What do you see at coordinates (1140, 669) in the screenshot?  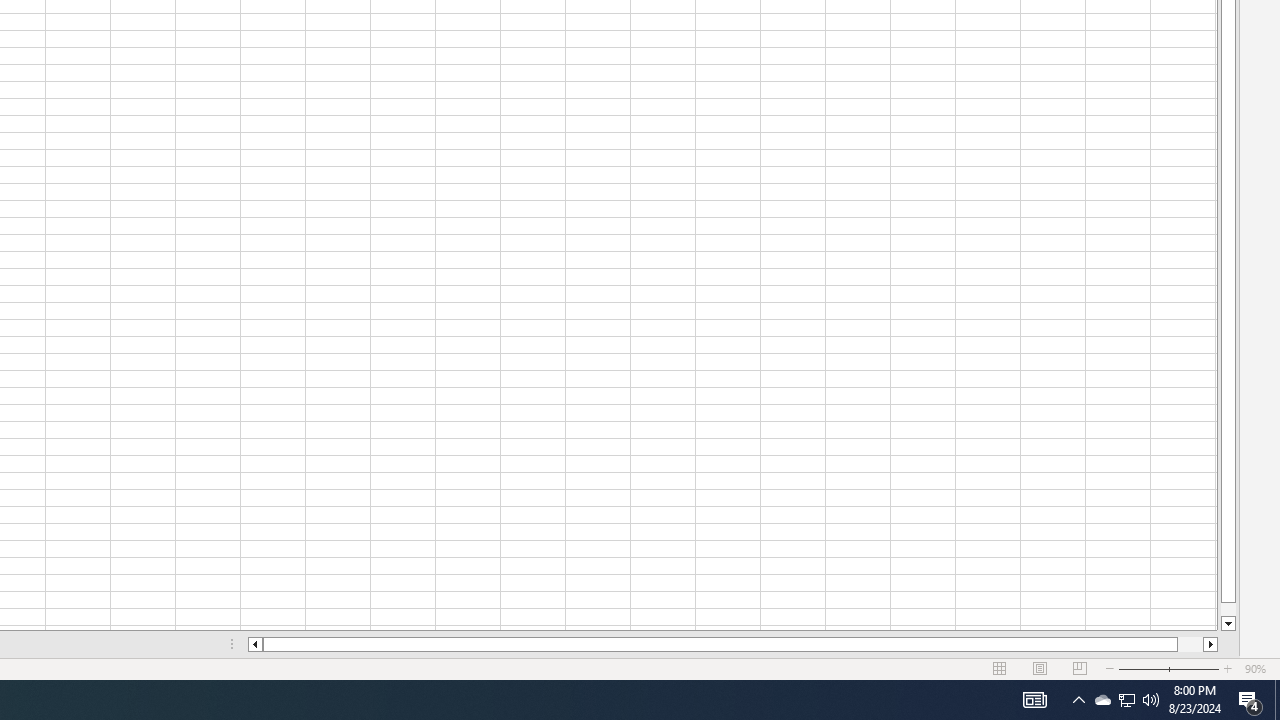 I see `'Zoom Out'` at bounding box center [1140, 669].